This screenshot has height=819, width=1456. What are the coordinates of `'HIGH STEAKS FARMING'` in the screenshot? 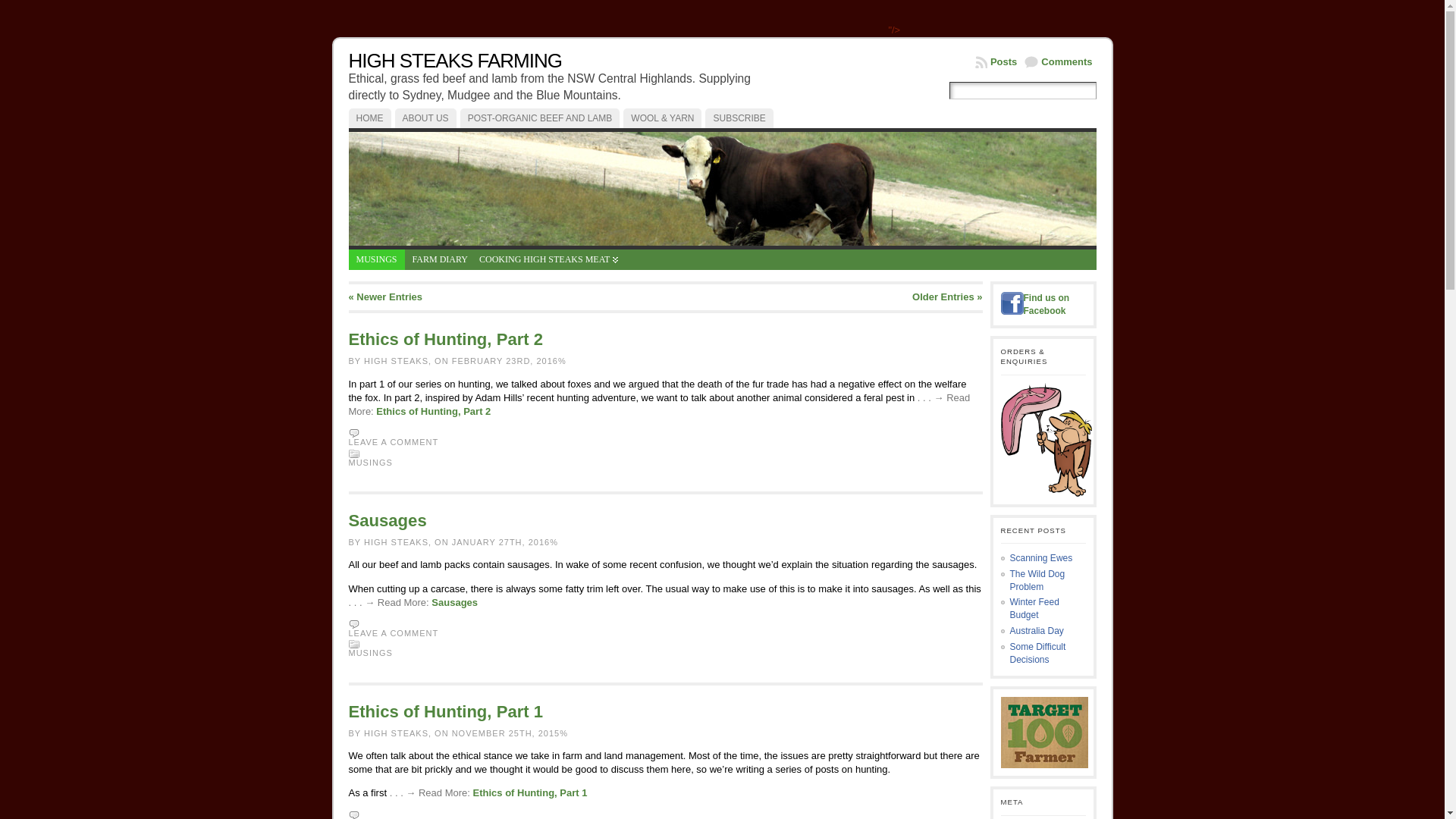 It's located at (454, 60).